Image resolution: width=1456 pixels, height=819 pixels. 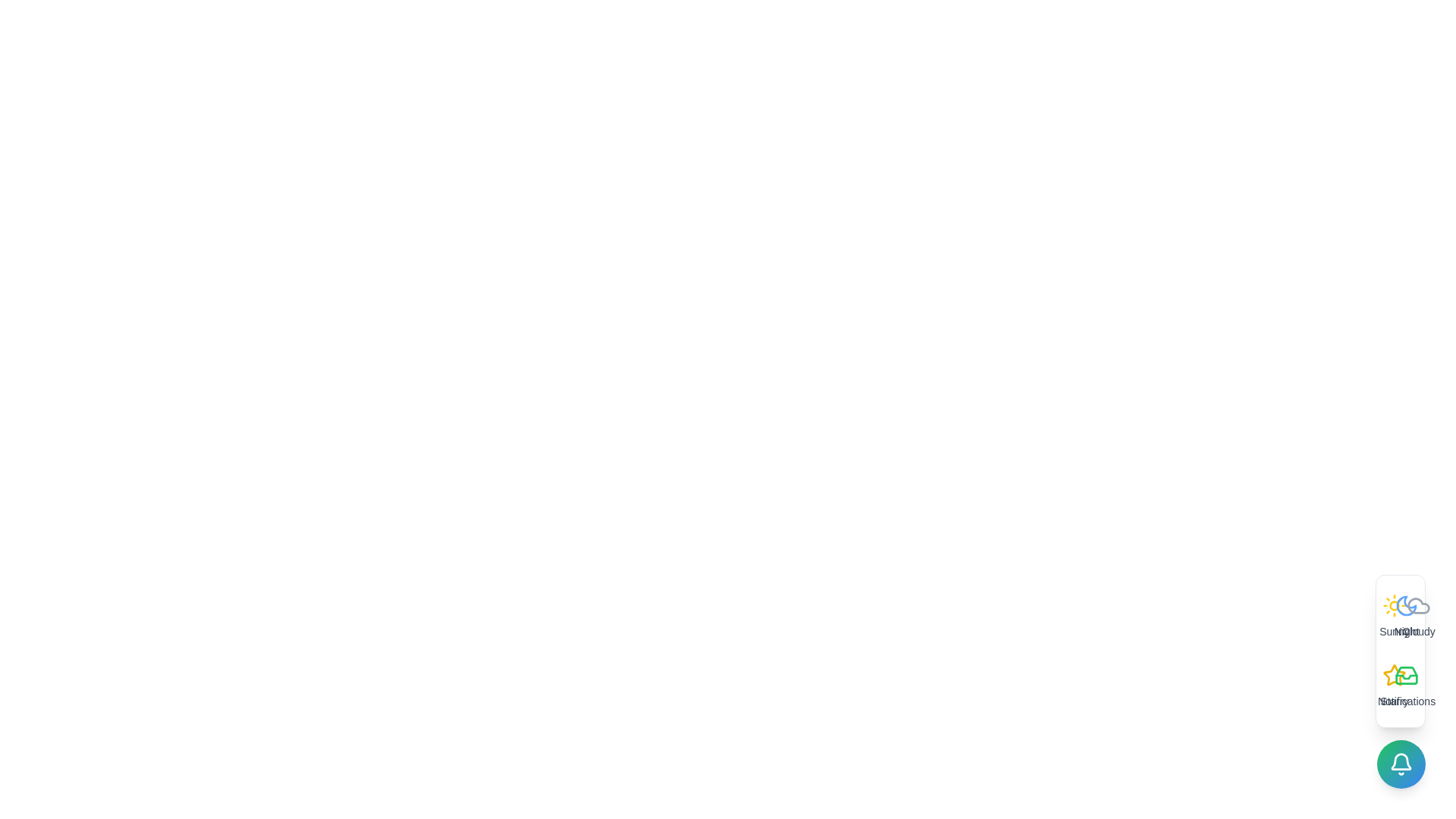 What do you see at coordinates (1418, 617) in the screenshot?
I see `the option Cloudy to trigger its hover effect` at bounding box center [1418, 617].